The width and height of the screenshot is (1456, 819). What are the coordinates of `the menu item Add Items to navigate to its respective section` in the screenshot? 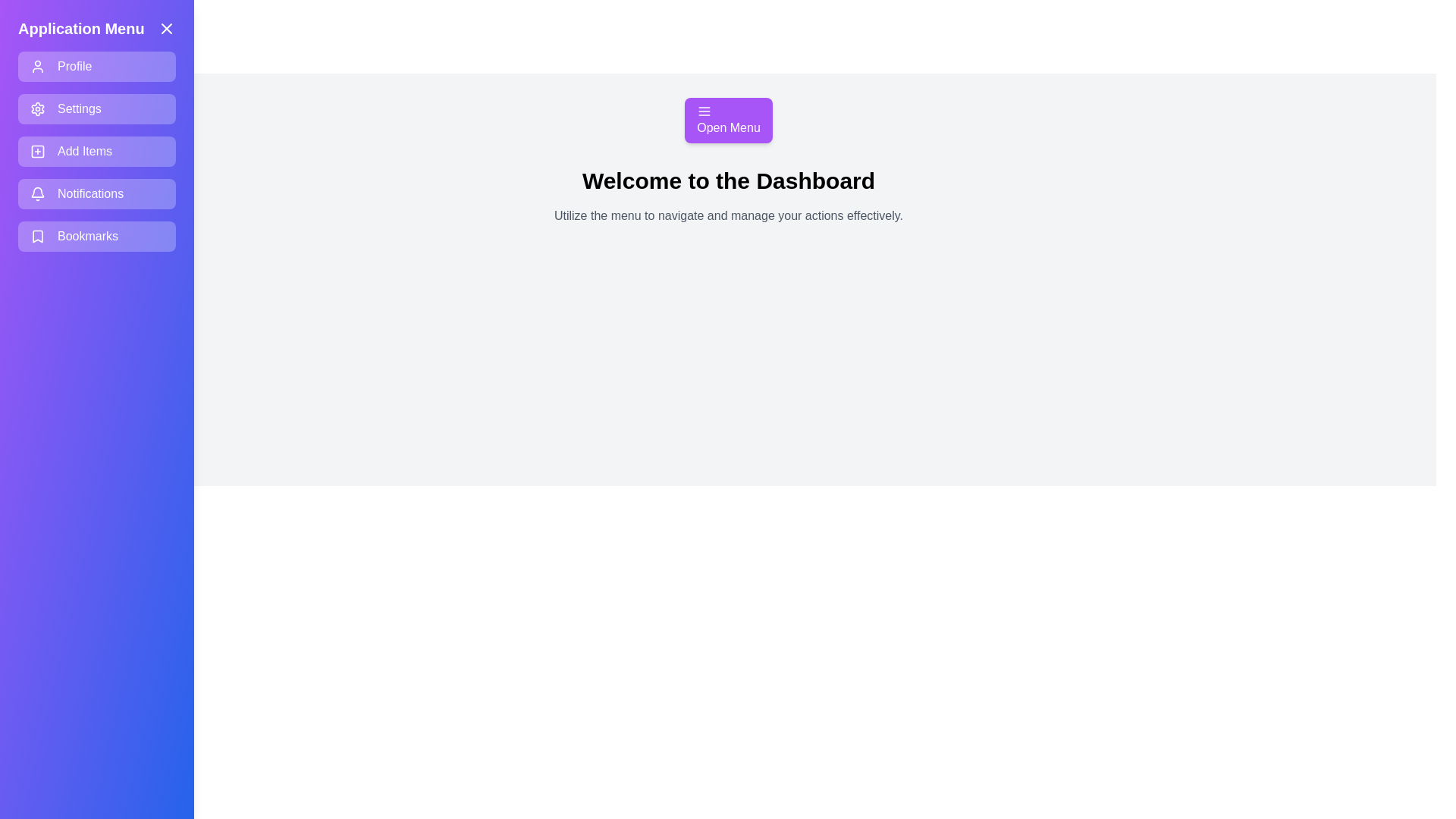 It's located at (96, 152).